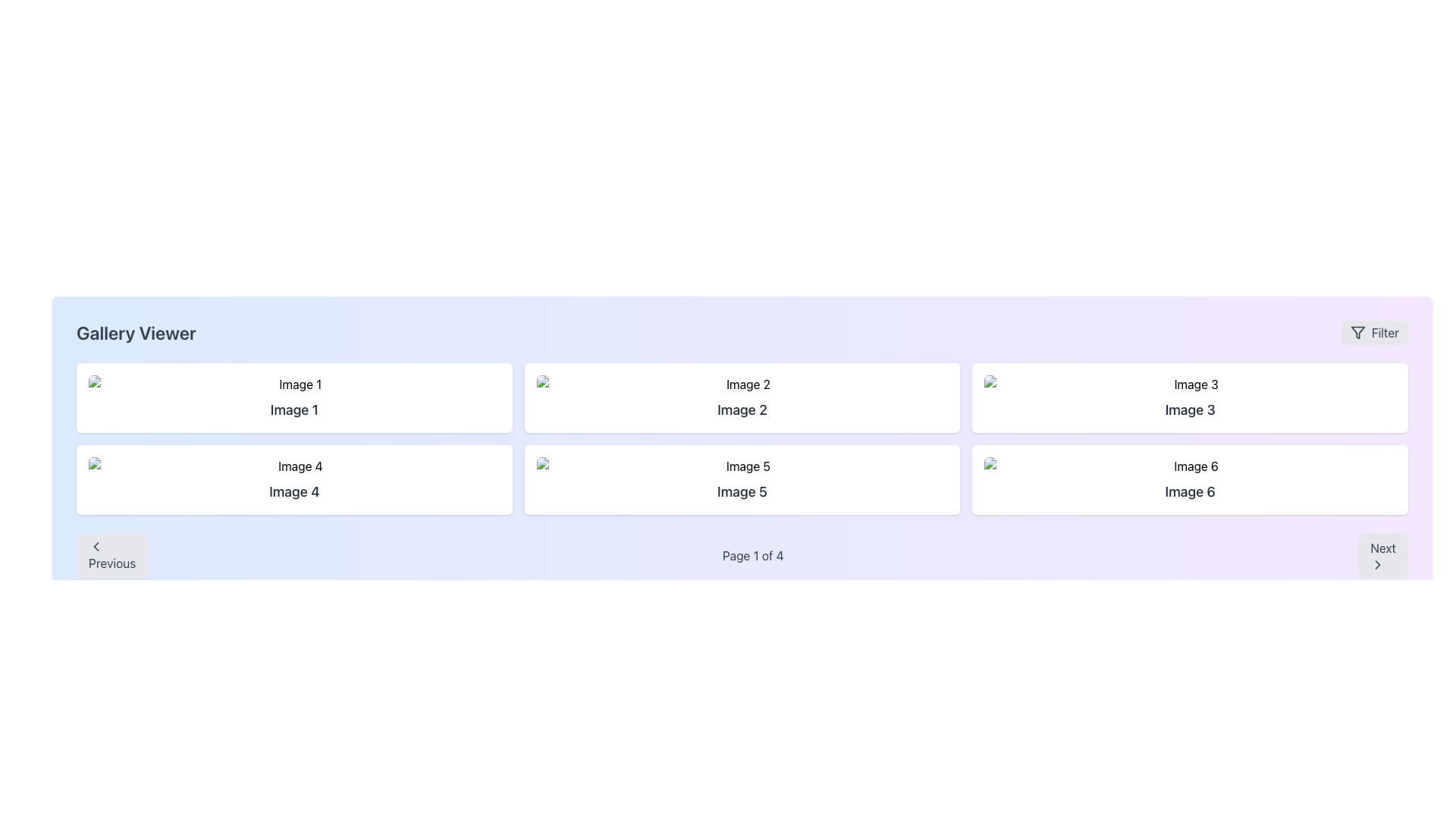 The width and height of the screenshot is (1456, 819). What do you see at coordinates (1189, 465) in the screenshot?
I see `the image placeholder located in the sixth tile of the gallery grid in the bottom-right corner for selection` at bounding box center [1189, 465].